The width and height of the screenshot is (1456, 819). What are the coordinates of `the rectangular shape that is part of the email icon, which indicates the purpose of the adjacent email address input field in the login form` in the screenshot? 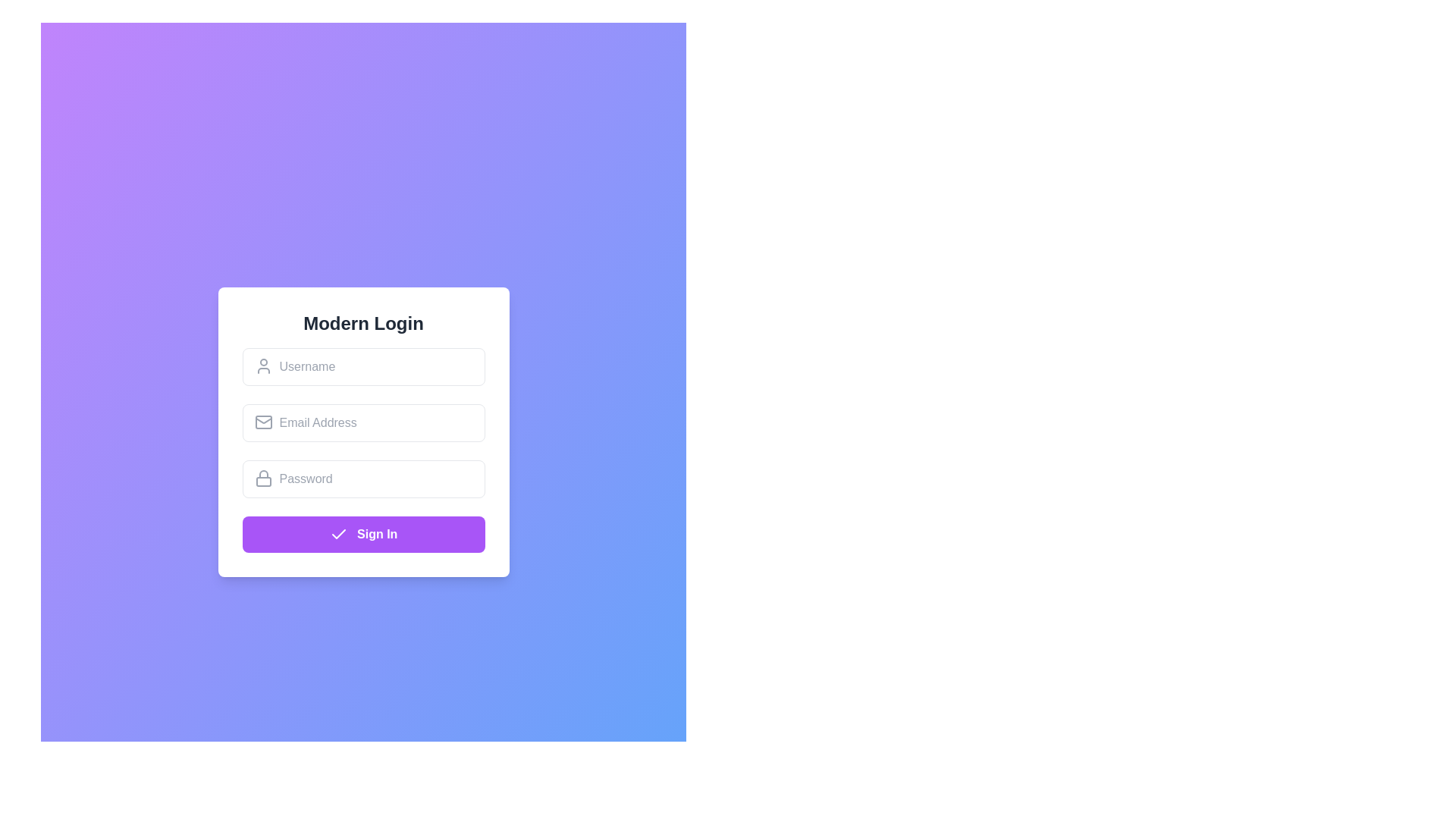 It's located at (263, 422).